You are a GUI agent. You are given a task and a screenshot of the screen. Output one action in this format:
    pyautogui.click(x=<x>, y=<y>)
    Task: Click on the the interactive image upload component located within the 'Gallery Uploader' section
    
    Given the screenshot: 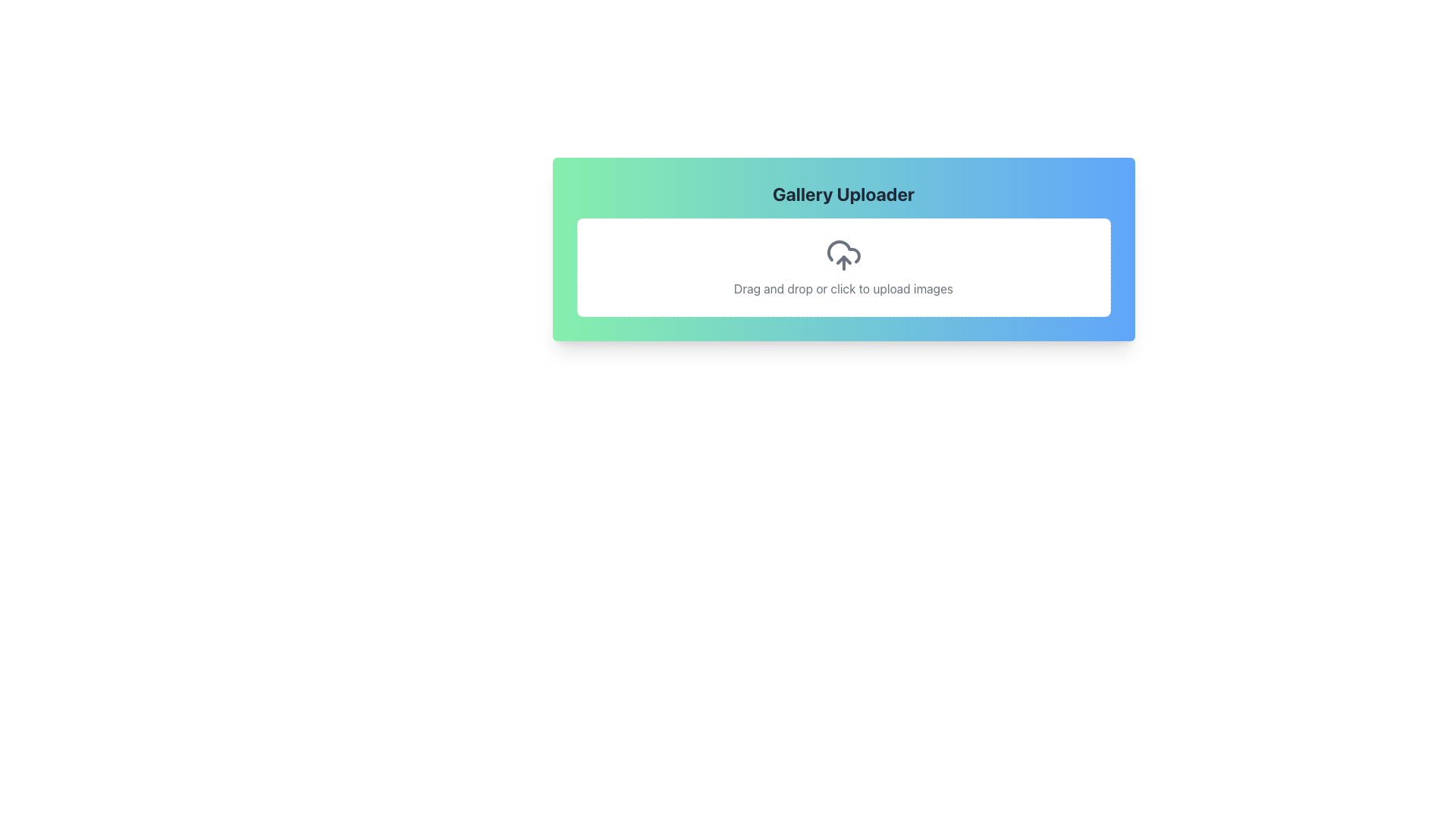 What is the action you would take?
    pyautogui.click(x=843, y=267)
    